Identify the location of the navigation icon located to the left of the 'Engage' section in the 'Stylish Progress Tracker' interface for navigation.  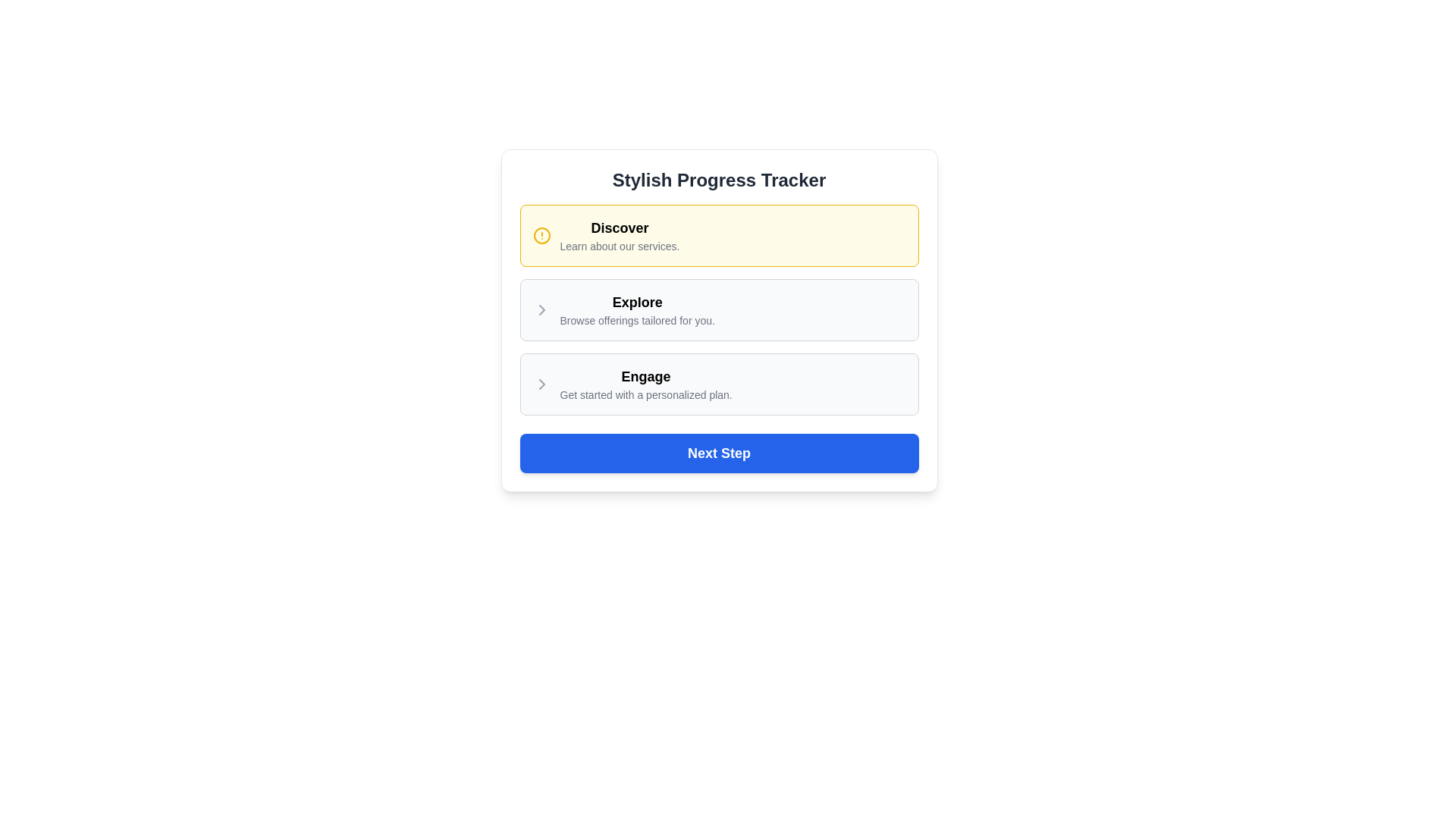
(541, 383).